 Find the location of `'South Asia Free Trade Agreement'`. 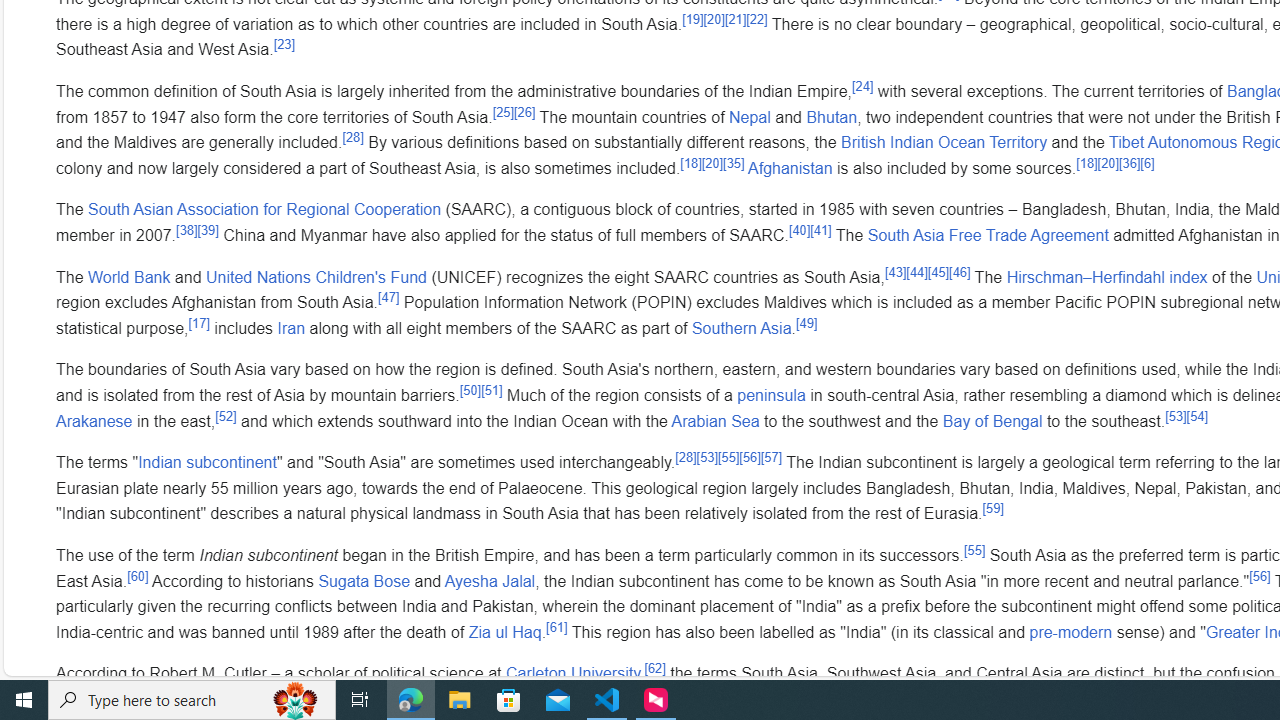

'South Asia Free Trade Agreement' is located at coordinates (987, 234).